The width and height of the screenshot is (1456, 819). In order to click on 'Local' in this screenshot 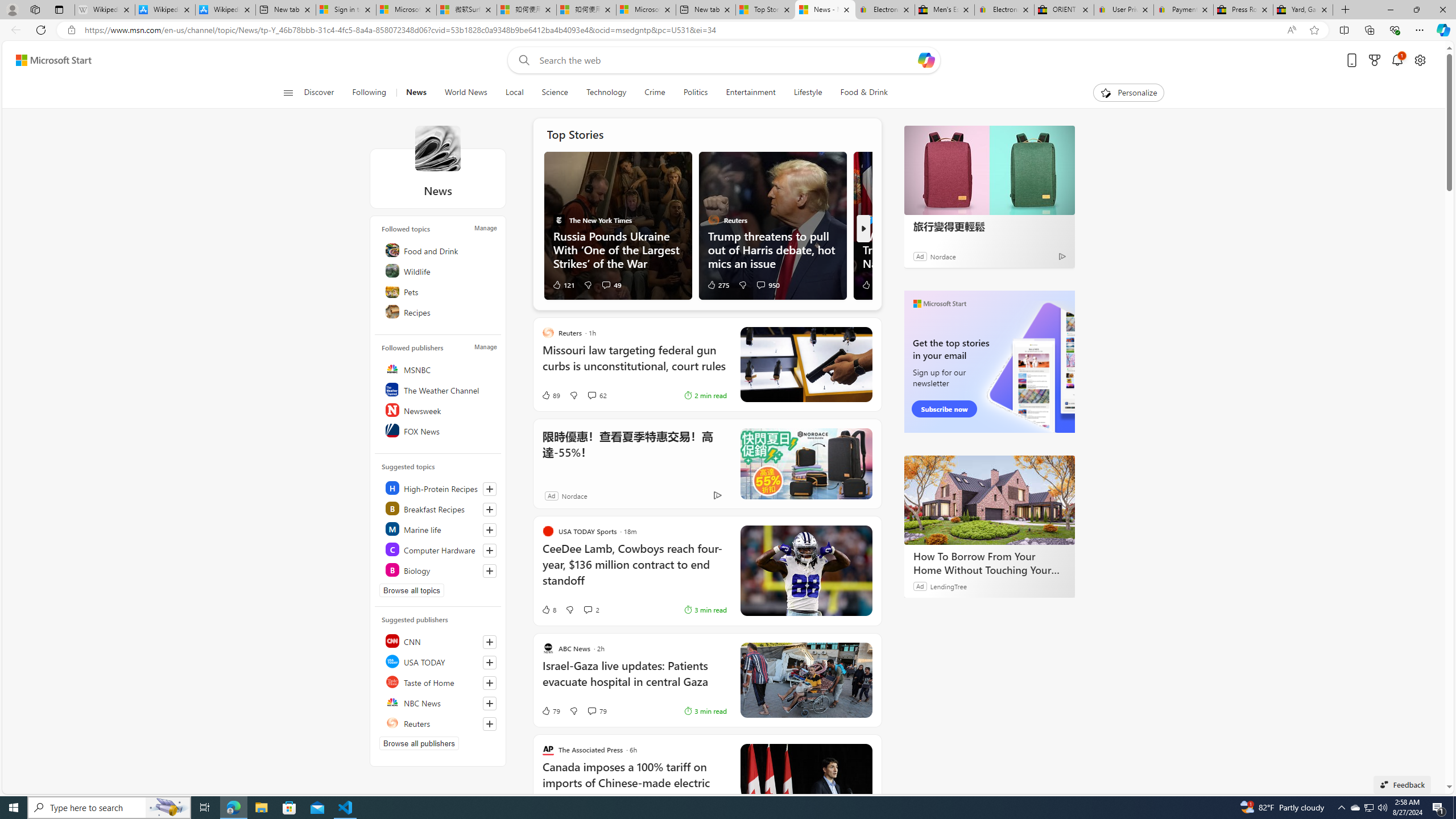, I will do `click(514, 92)`.